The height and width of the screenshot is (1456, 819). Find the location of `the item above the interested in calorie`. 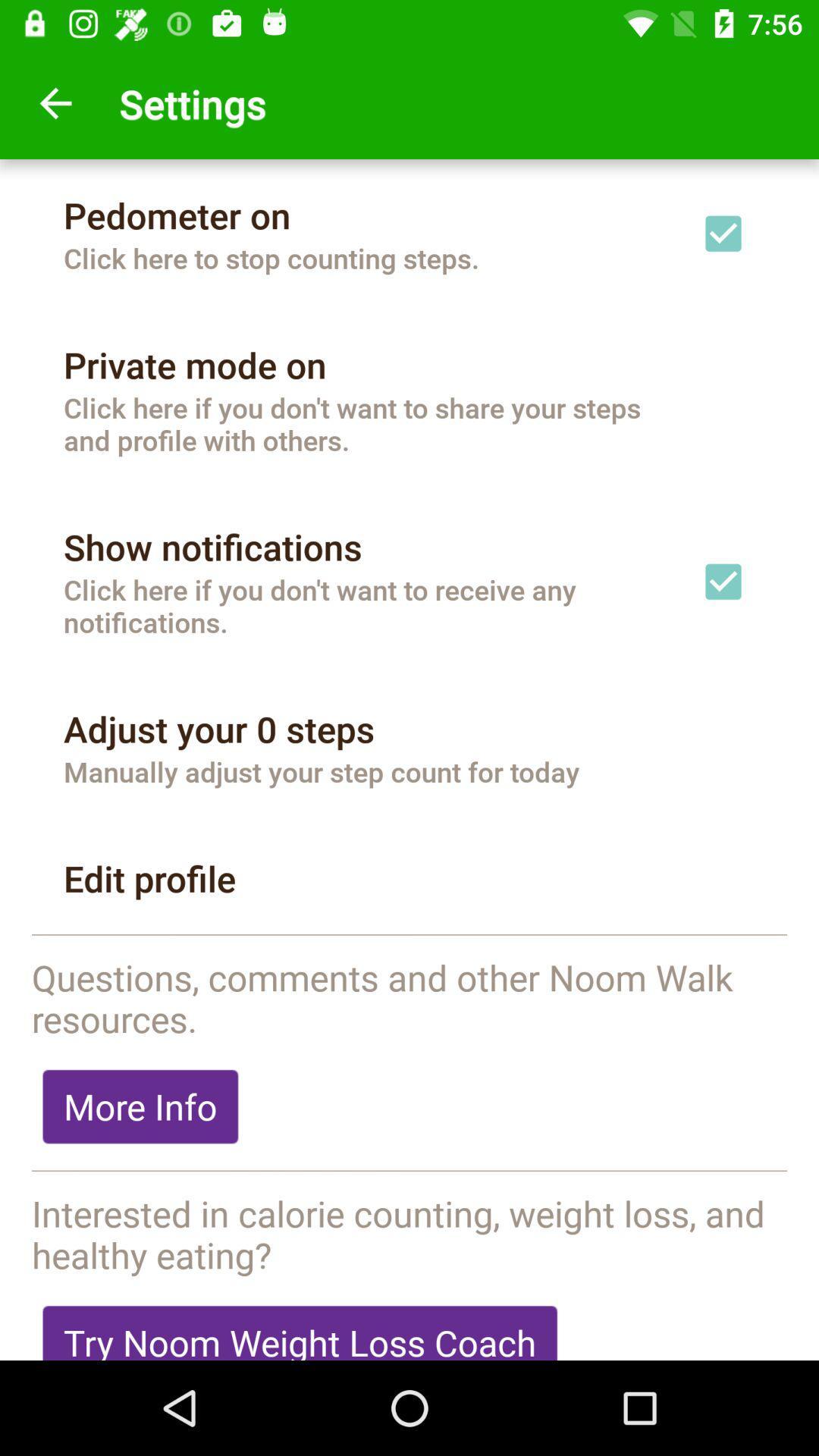

the item above the interested in calorie is located at coordinates (409, 1171).